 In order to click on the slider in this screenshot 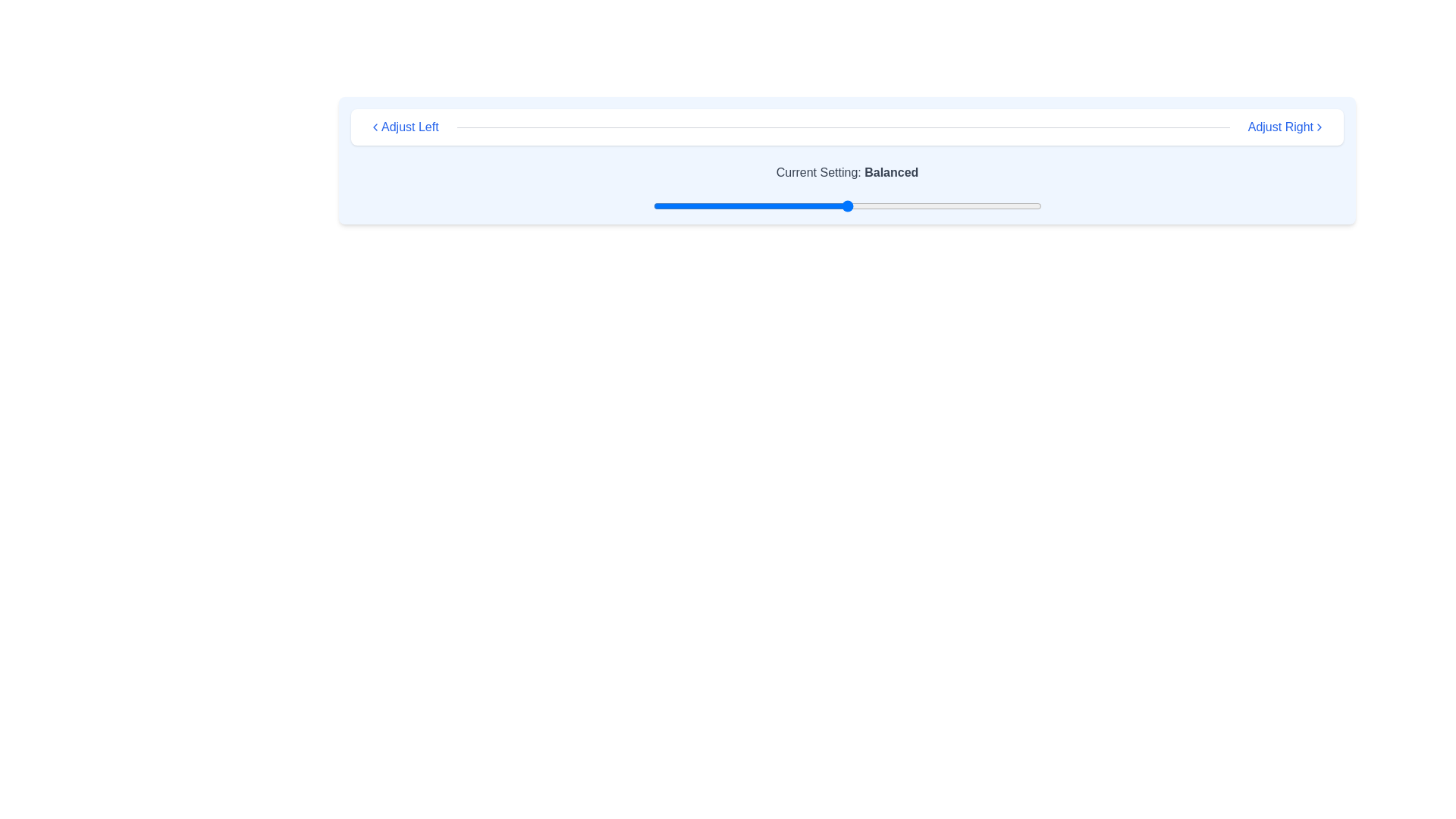, I will do `click(811, 206)`.